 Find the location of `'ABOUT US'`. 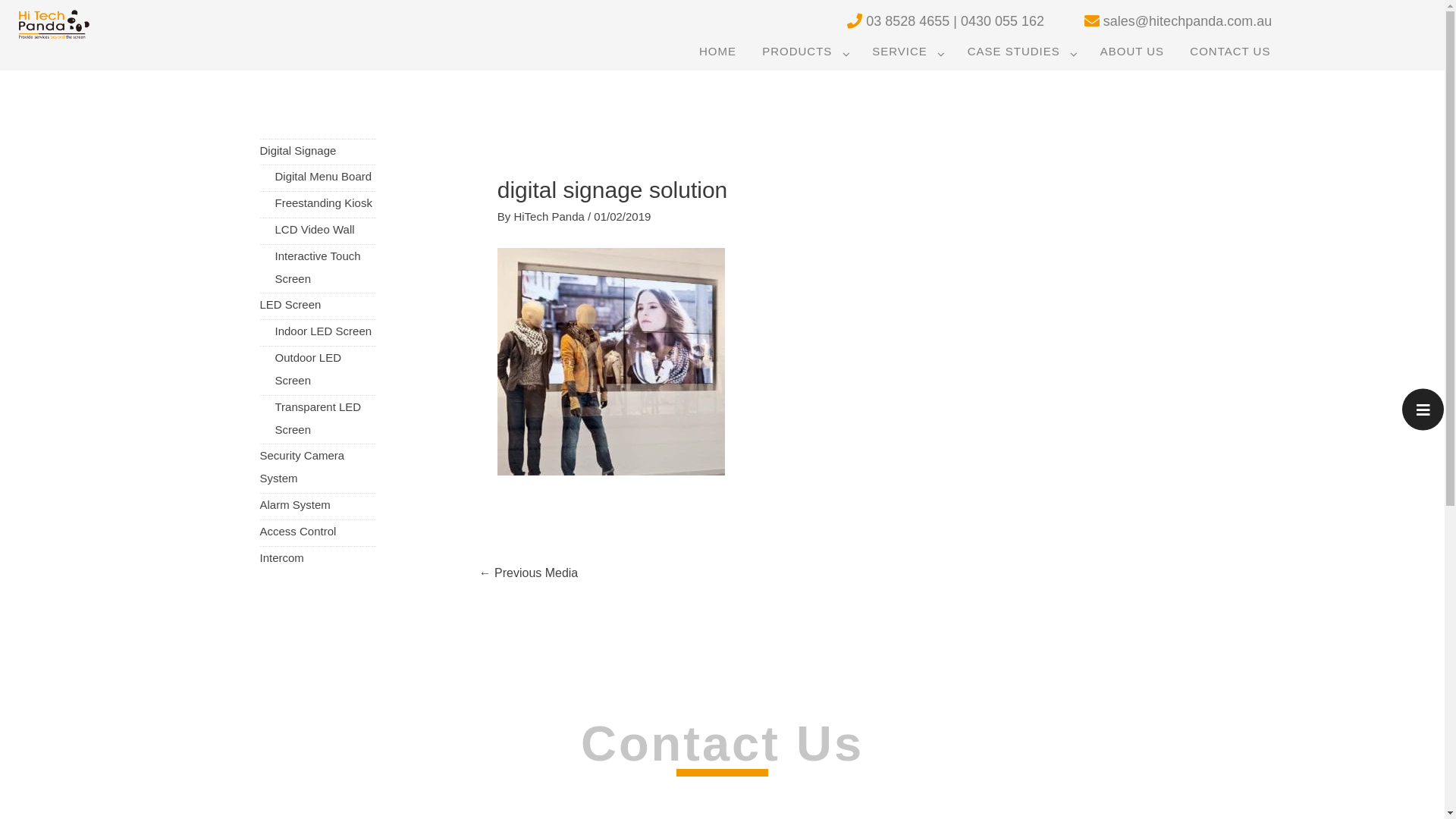

'ABOUT US' is located at coordinates (1087, 51).